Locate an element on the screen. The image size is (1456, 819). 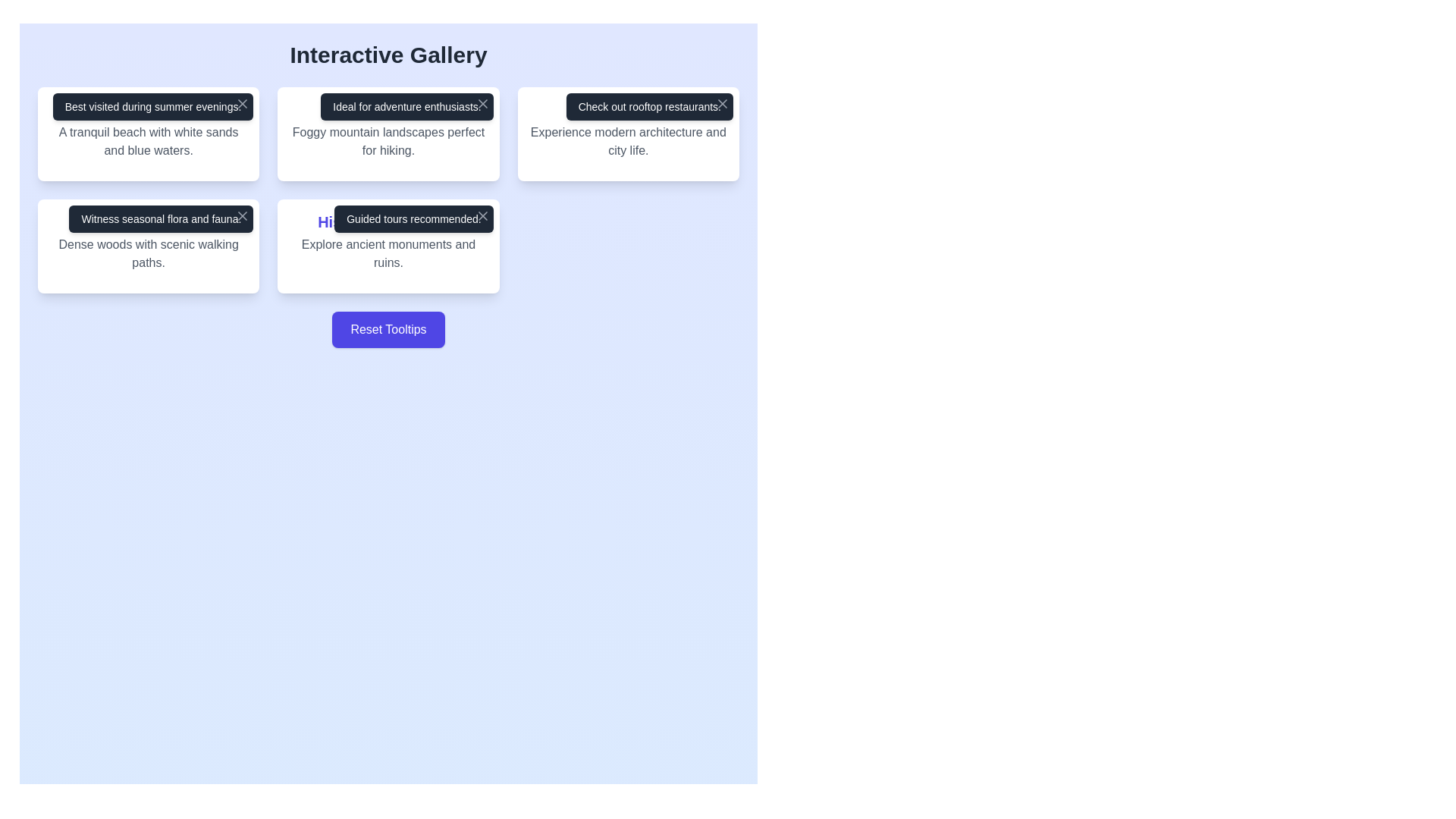
the small circular button with an 'X' icon located at the top-right corner of the tooltip box displaying 'Check out rooftop restaurants.' is located at coordinates (722, 103).